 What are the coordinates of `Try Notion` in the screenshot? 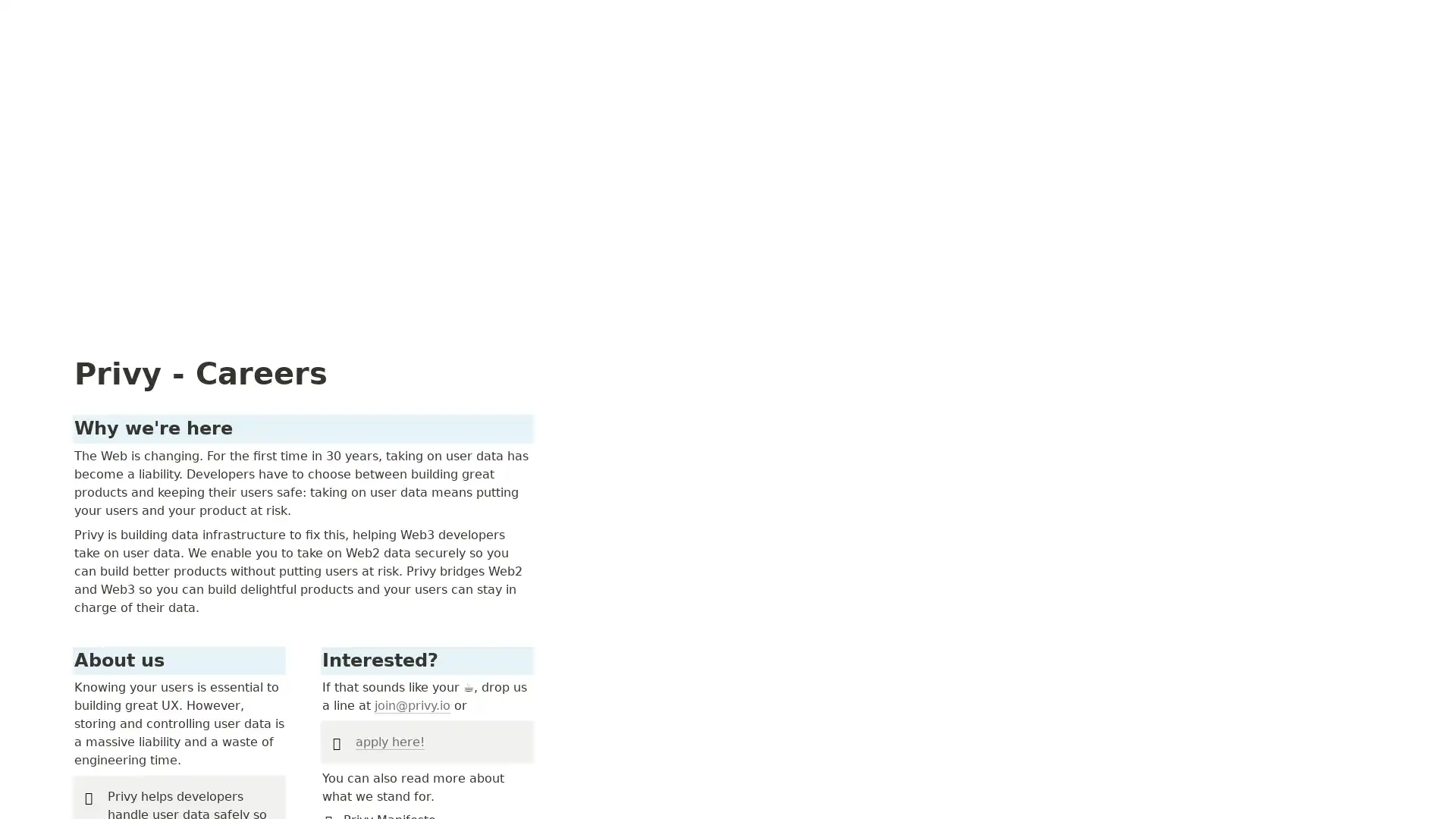 It's located at (1405, 17).